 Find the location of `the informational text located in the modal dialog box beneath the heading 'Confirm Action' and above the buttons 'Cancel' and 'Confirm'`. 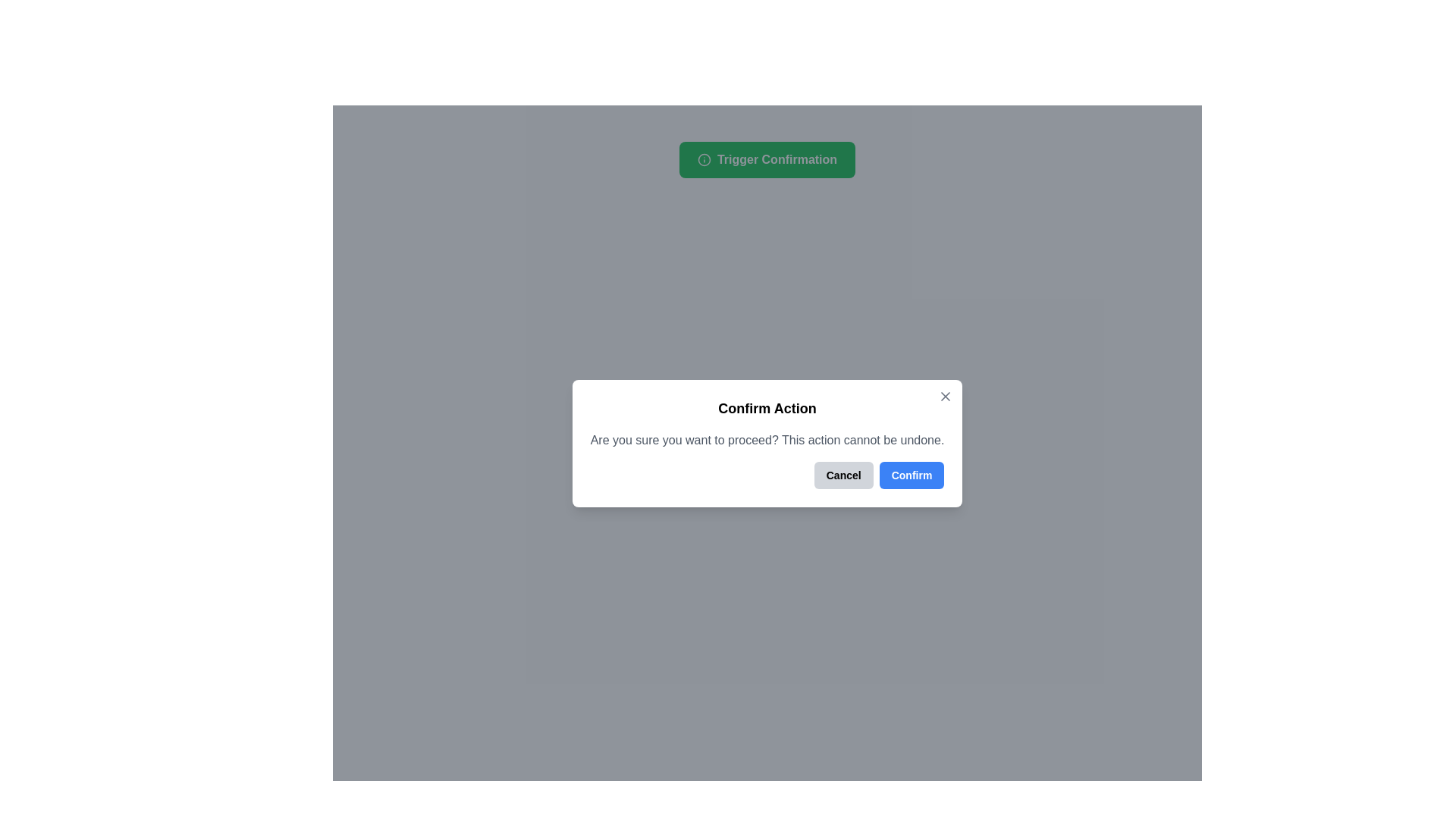

the informational text located in the modal dialog box beneath the heading 'Confirm Action' and above the buttons 'Cancel' and 'Confirm' is located at coordinates (767, 439).